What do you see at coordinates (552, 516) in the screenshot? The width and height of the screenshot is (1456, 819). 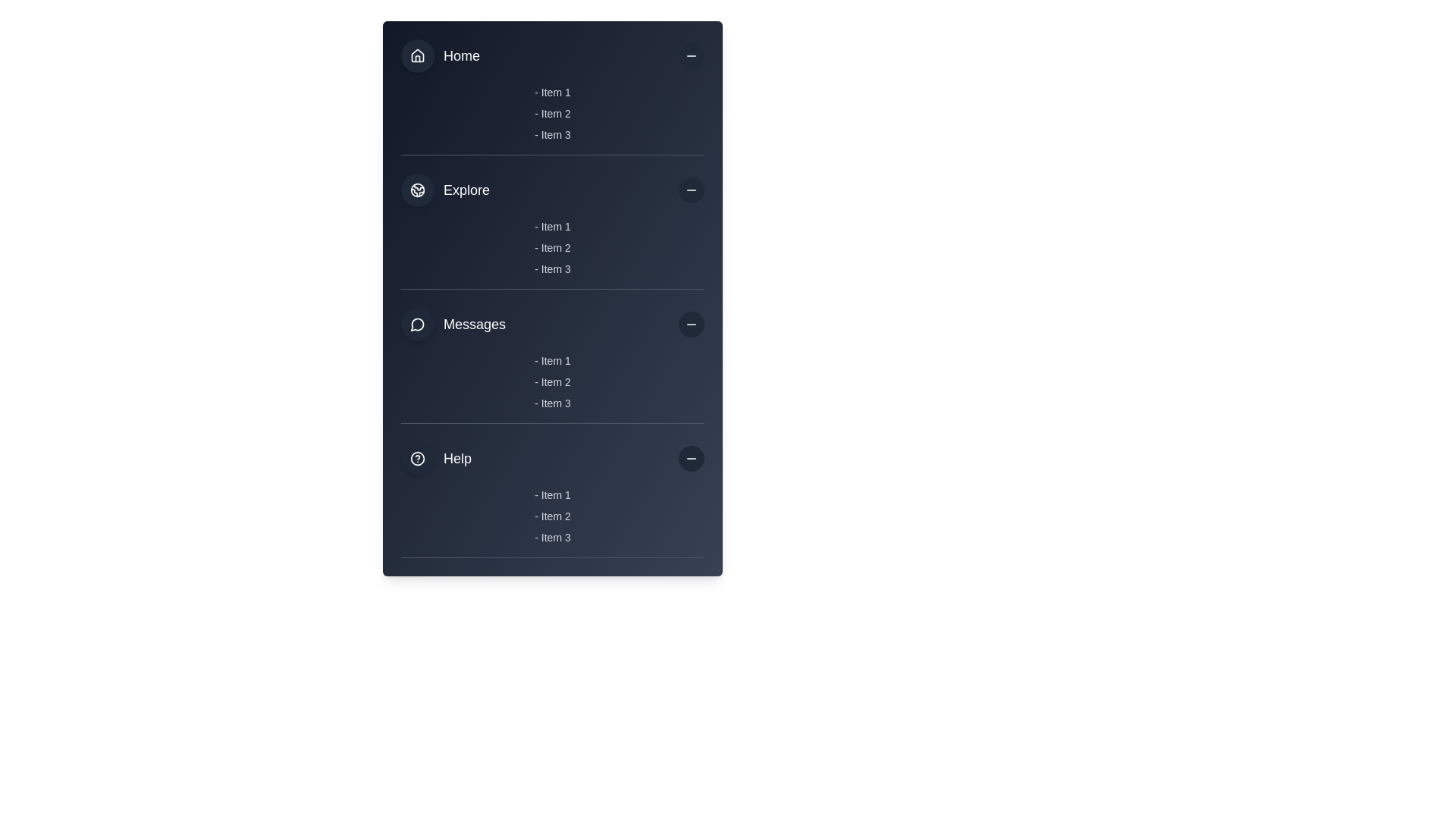 I see `the text element reading '- Item 2', which is the second item in a bullet-point list under the 'Help' section, located in the bottom-right part of the interface` at bounding box center [552, 516].